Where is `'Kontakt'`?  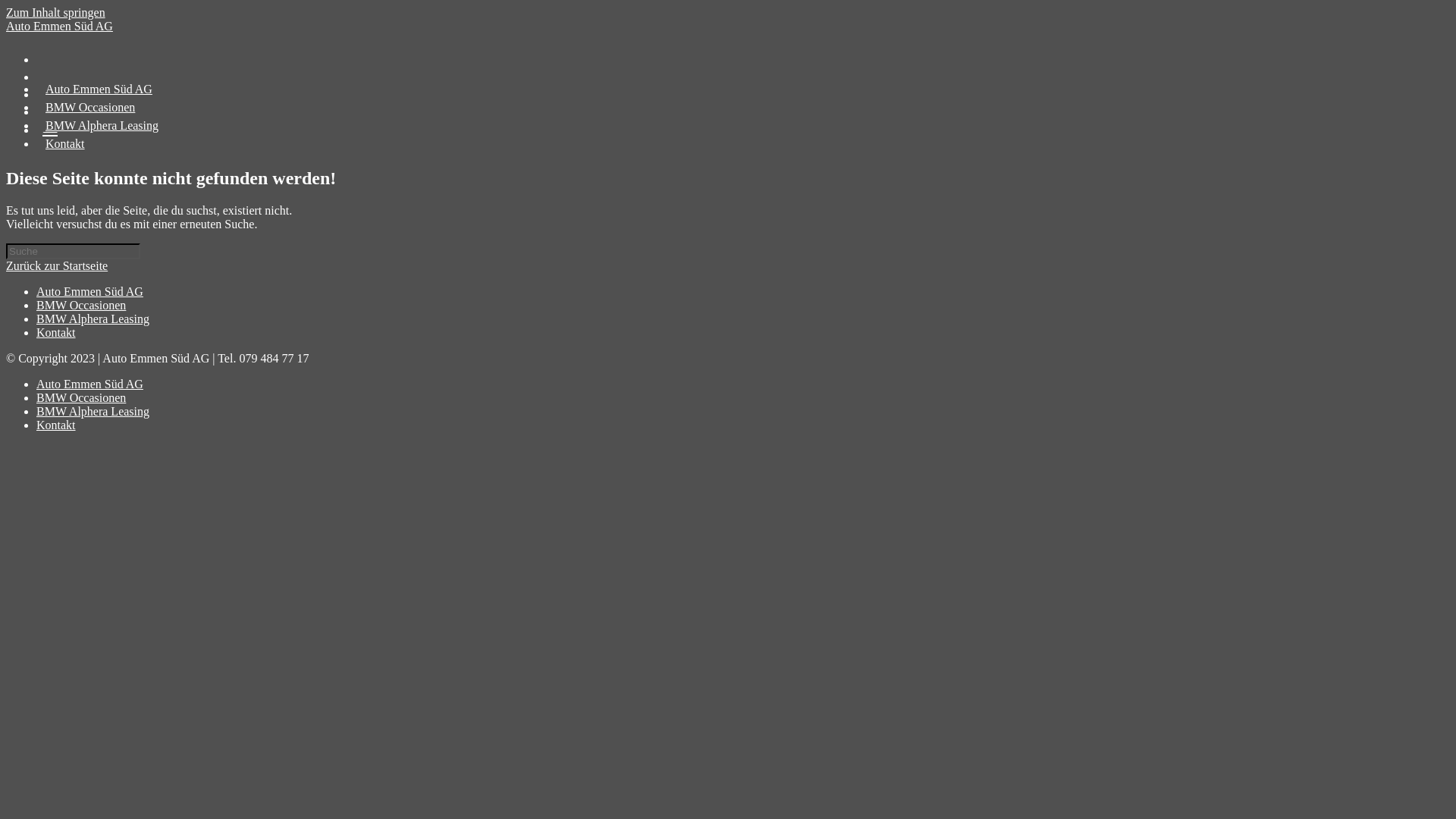
'Kontakt' is located at coordinates (64, 143).